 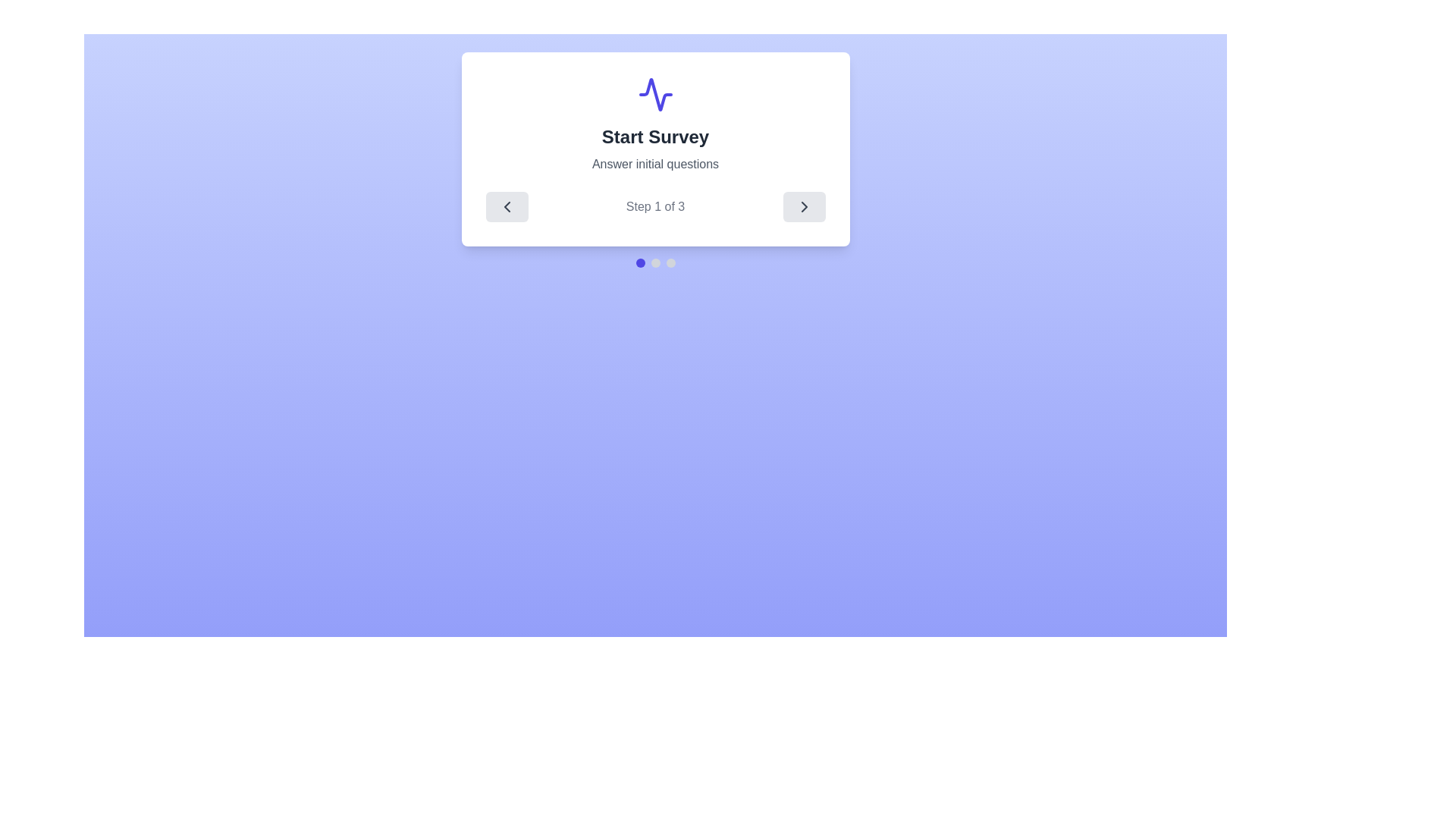 What do you see at coordinates (507, 207) in the screenshot?
I see `the left arrow button to navigate to the previous step` at bounding box center [507, 207].